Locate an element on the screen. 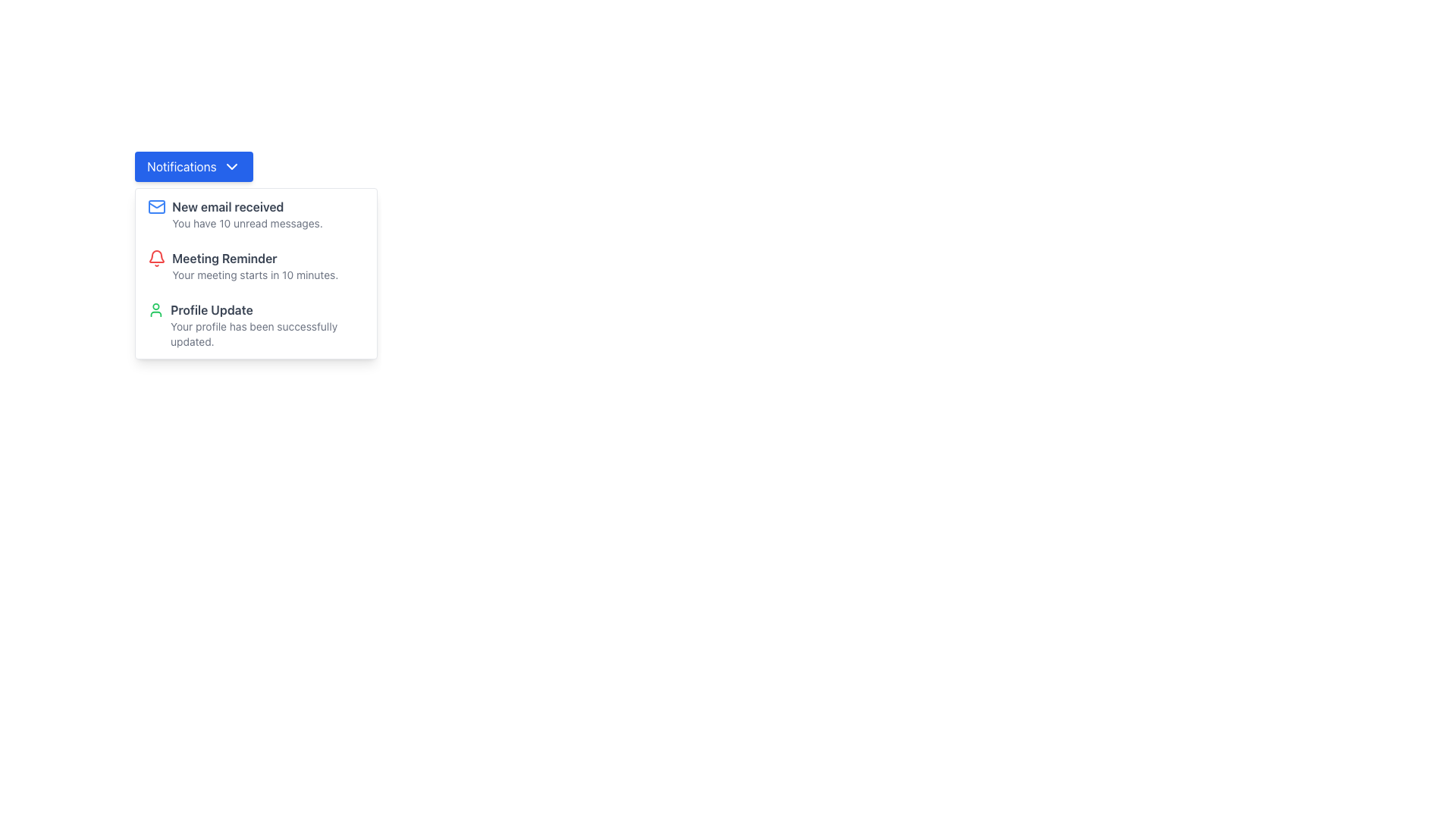 The image size is (1456, 819). text label that displays 'New email received' in bold dark-gray font, located at the top of the notification card within the Notifications dropdown is located at coordinates (247, 207).